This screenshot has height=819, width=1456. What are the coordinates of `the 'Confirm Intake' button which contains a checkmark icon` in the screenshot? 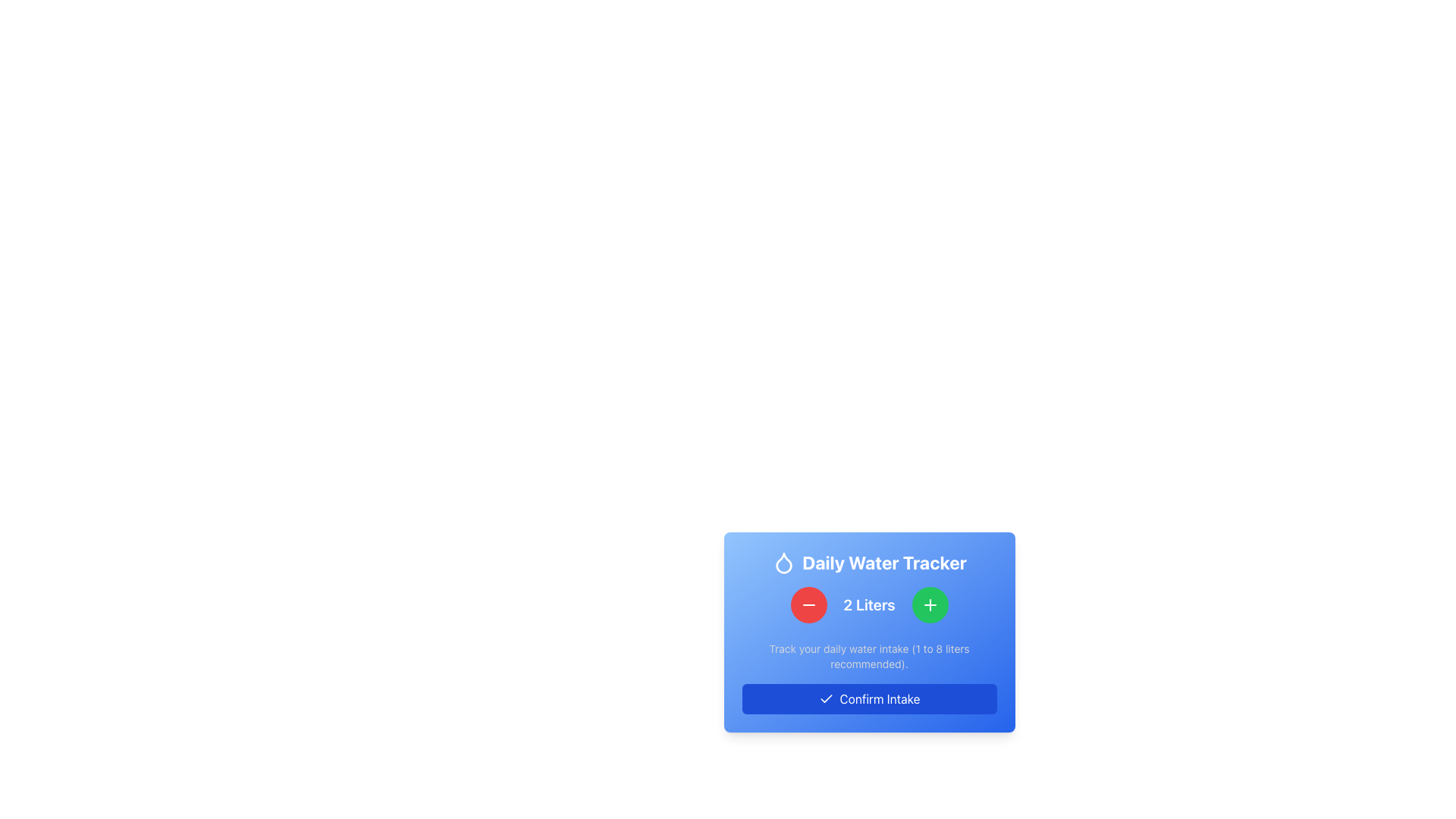 It's located at (825, 698).